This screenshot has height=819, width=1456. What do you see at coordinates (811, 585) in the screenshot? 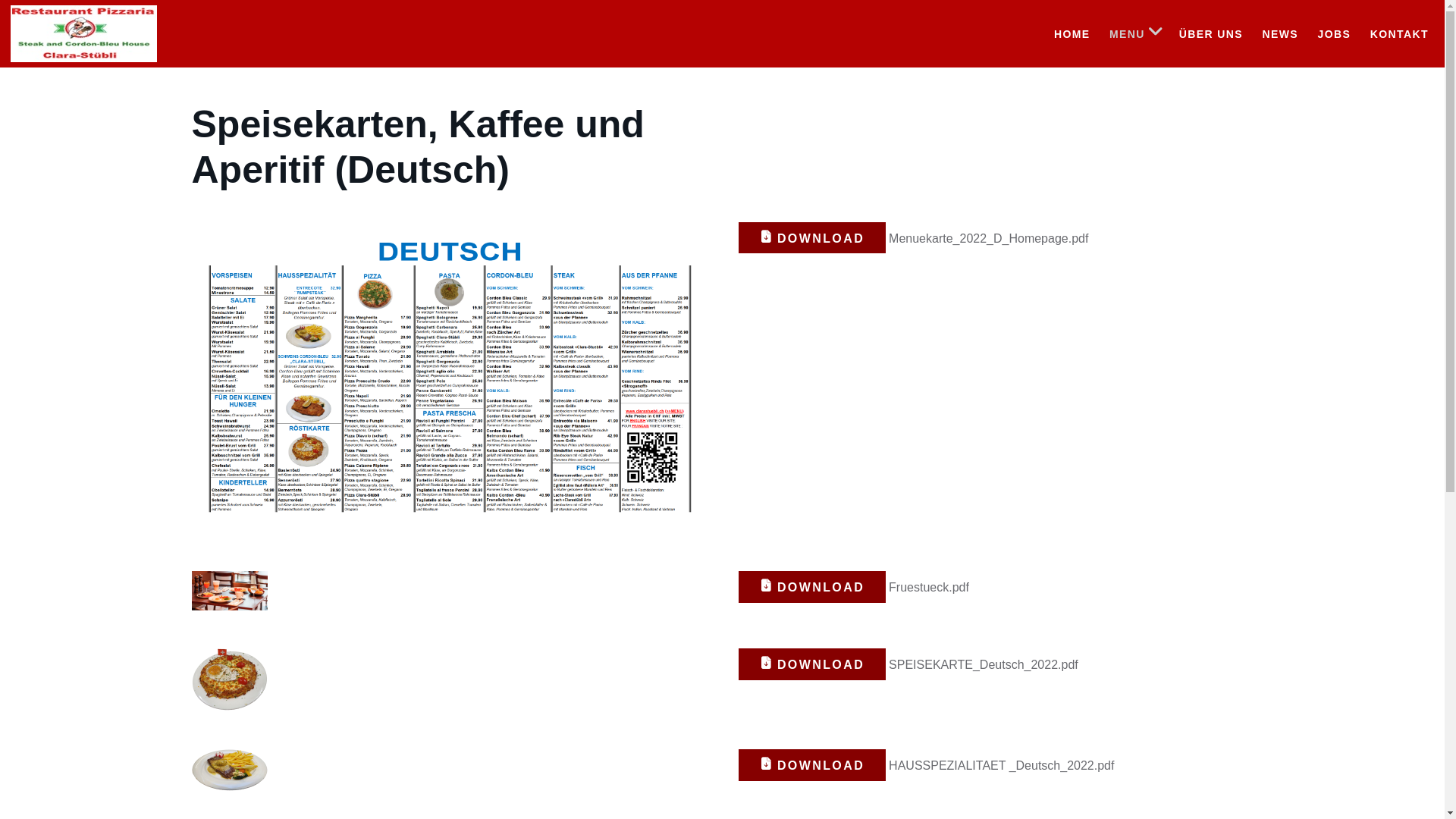
I see `'DOWNLOAD'` at bounding box center [811, 585].